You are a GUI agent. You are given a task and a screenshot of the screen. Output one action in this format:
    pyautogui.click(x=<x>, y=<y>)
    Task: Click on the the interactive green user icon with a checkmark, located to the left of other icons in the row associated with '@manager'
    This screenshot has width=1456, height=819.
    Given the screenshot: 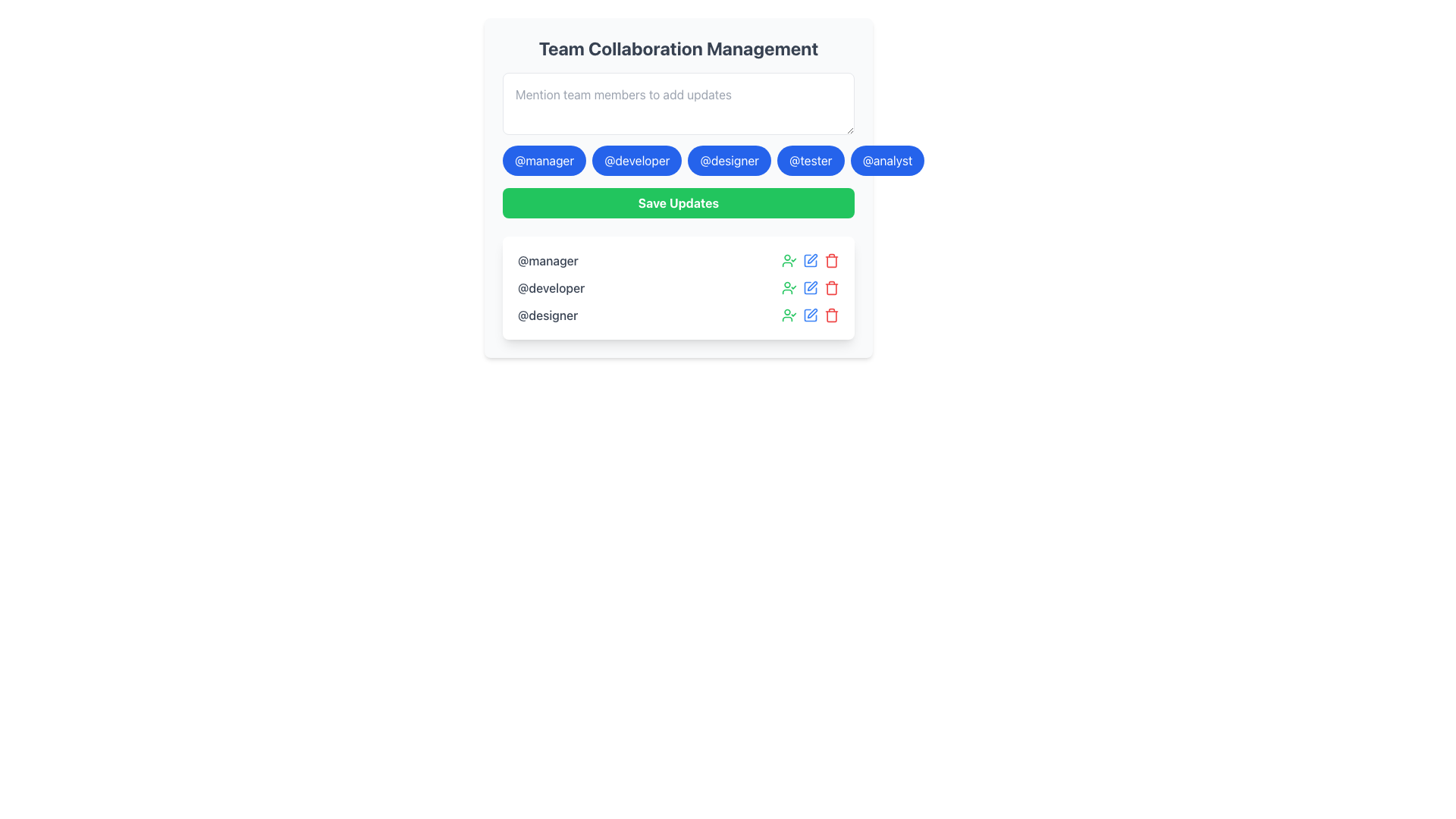 What is the action you would take?
    pyautogui.click(x=789, y=259)
    